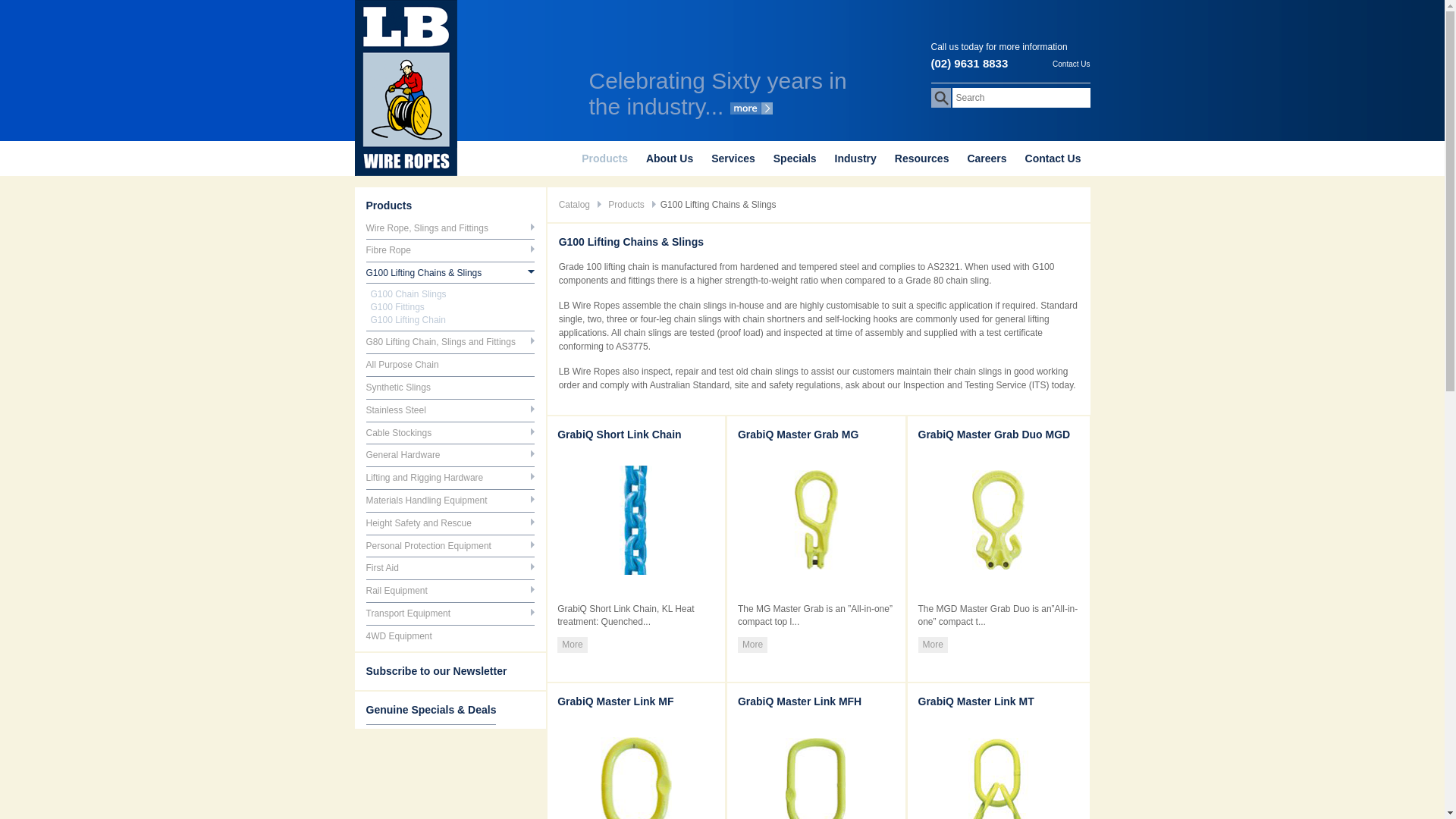 The width and height of the screenshot is (1456, 819). Describe the element at coordinates (429, 710) in the screenshot. I see `'Genuine Specials & Deals'` at that location.